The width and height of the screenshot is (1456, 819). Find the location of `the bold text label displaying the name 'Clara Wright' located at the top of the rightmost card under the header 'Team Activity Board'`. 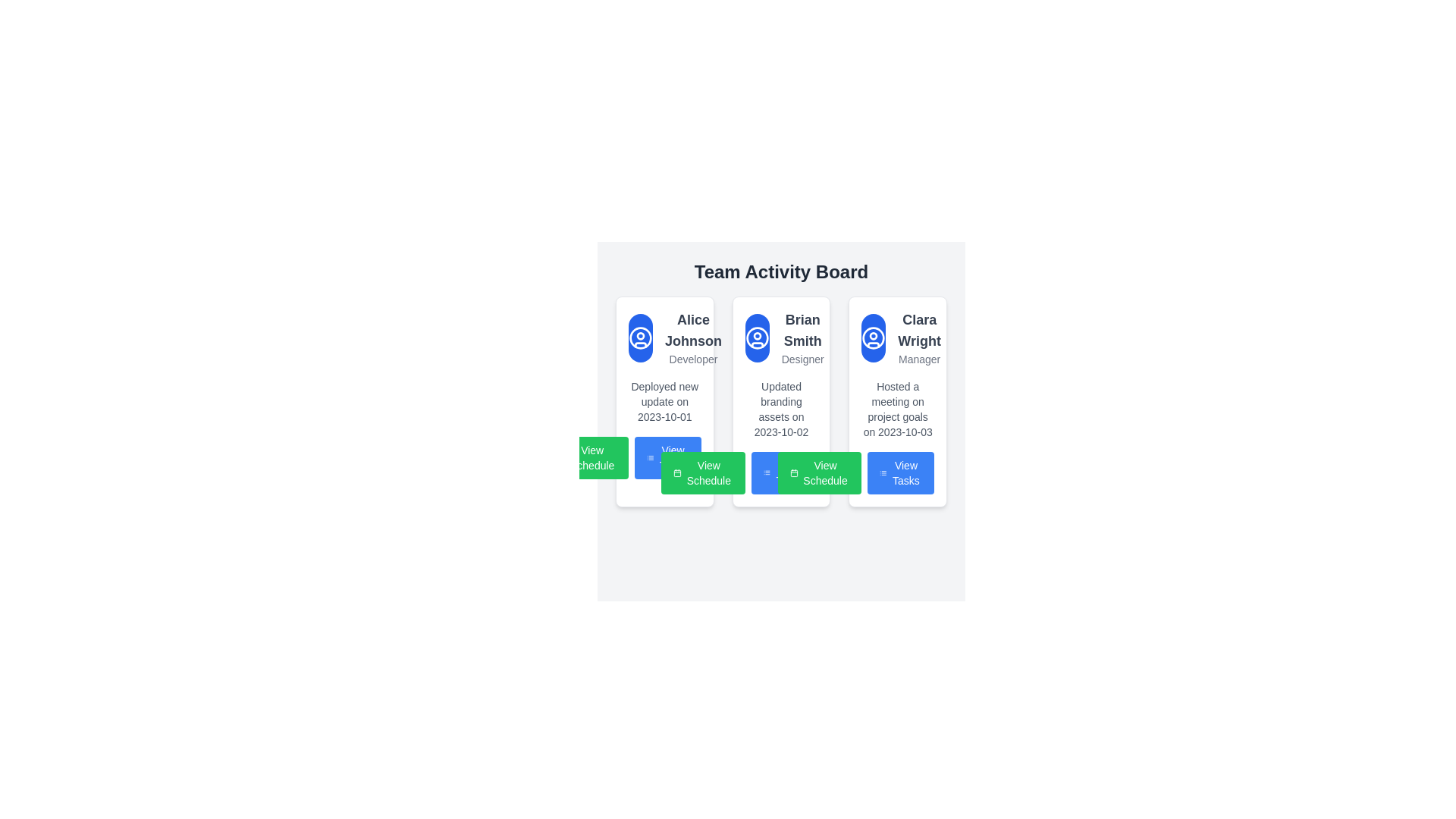

the bold text label displaying the name 'Clara Wright' located at the top of the rightmost card under the header 'Team Activity Board' is located at coordinates (918, 329).